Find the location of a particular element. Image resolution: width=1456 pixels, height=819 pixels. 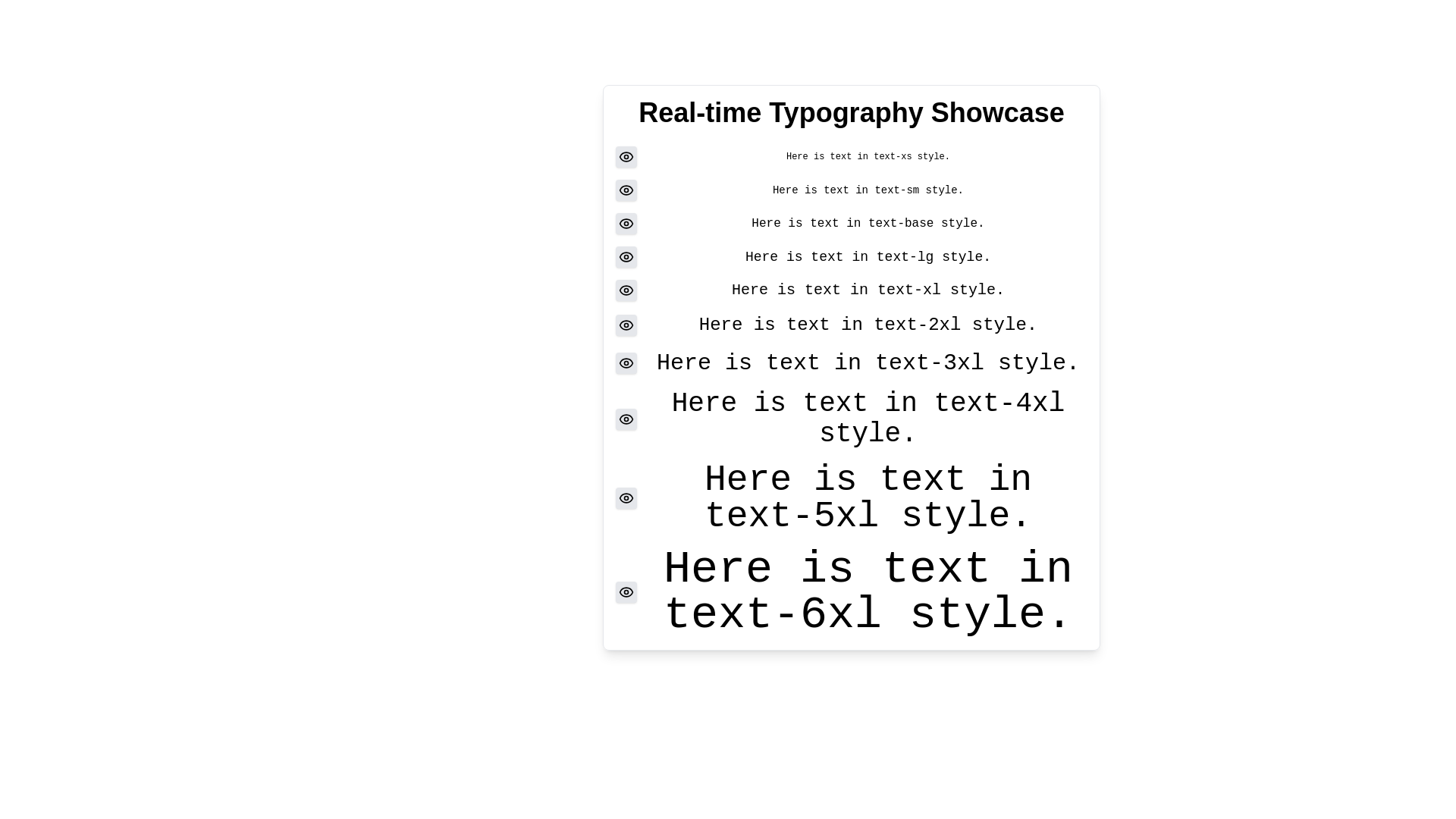

the eye-shaped icon within the interactive button is located at coordinates (626, 324).